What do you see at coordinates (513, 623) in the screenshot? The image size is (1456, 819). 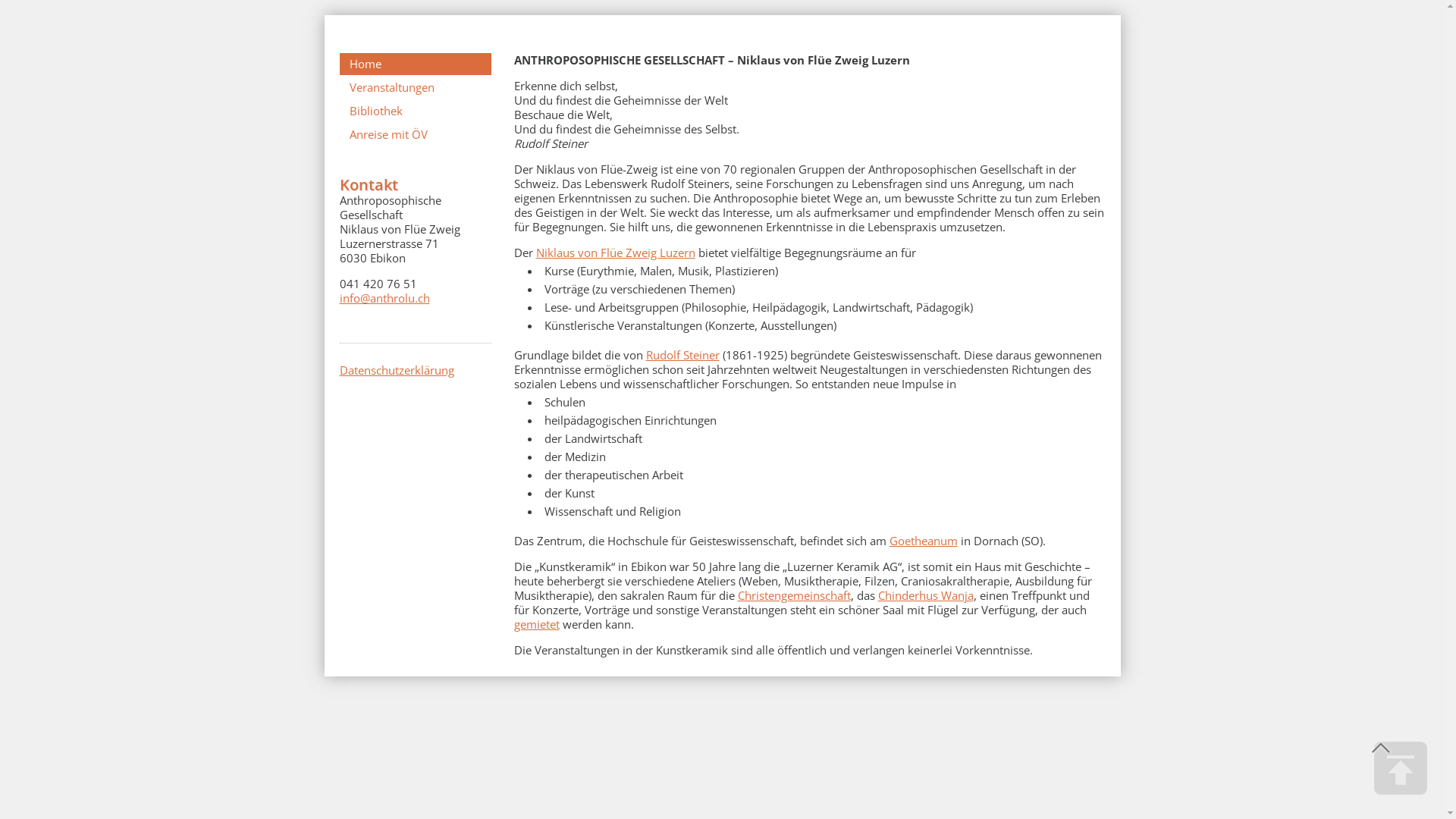 I see `'gemietet'` at bounding box center [513, 623].